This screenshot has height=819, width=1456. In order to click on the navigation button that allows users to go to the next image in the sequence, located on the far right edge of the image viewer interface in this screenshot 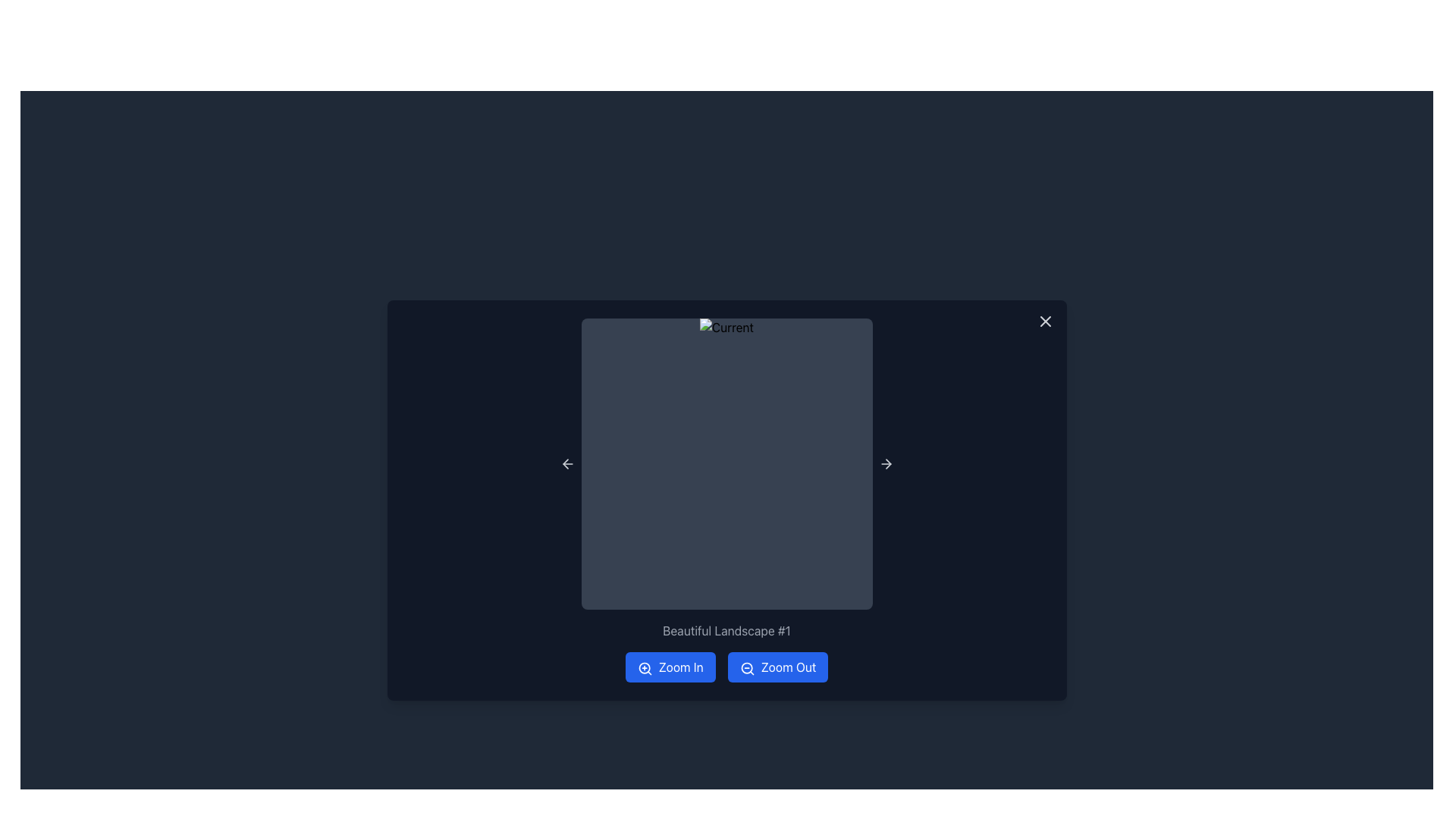, I will do `click(886, 463)`.